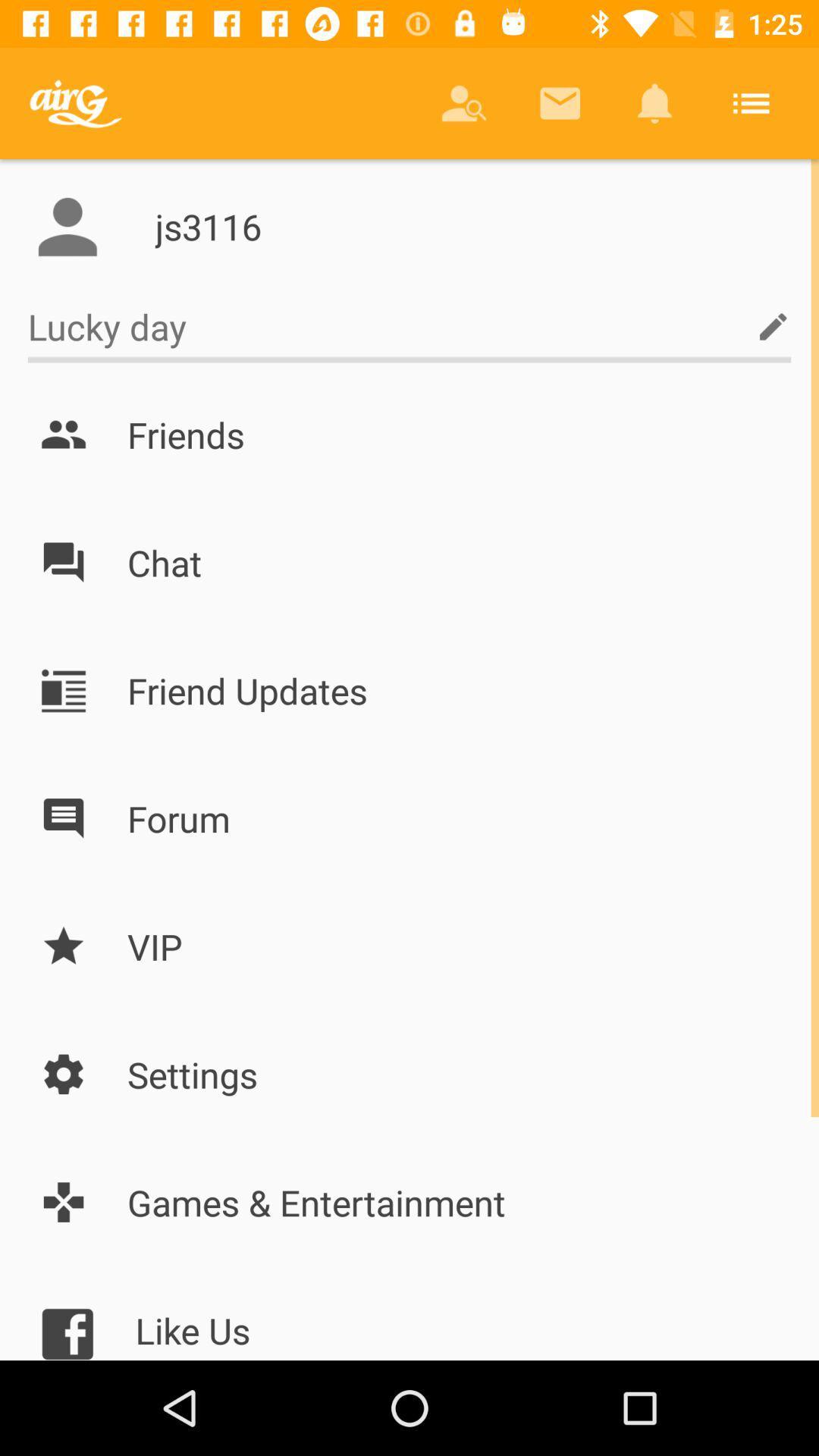 Image resolution: width=819 pixels, height=1456 pixels. I want to click on profile information, so click(67, 226).